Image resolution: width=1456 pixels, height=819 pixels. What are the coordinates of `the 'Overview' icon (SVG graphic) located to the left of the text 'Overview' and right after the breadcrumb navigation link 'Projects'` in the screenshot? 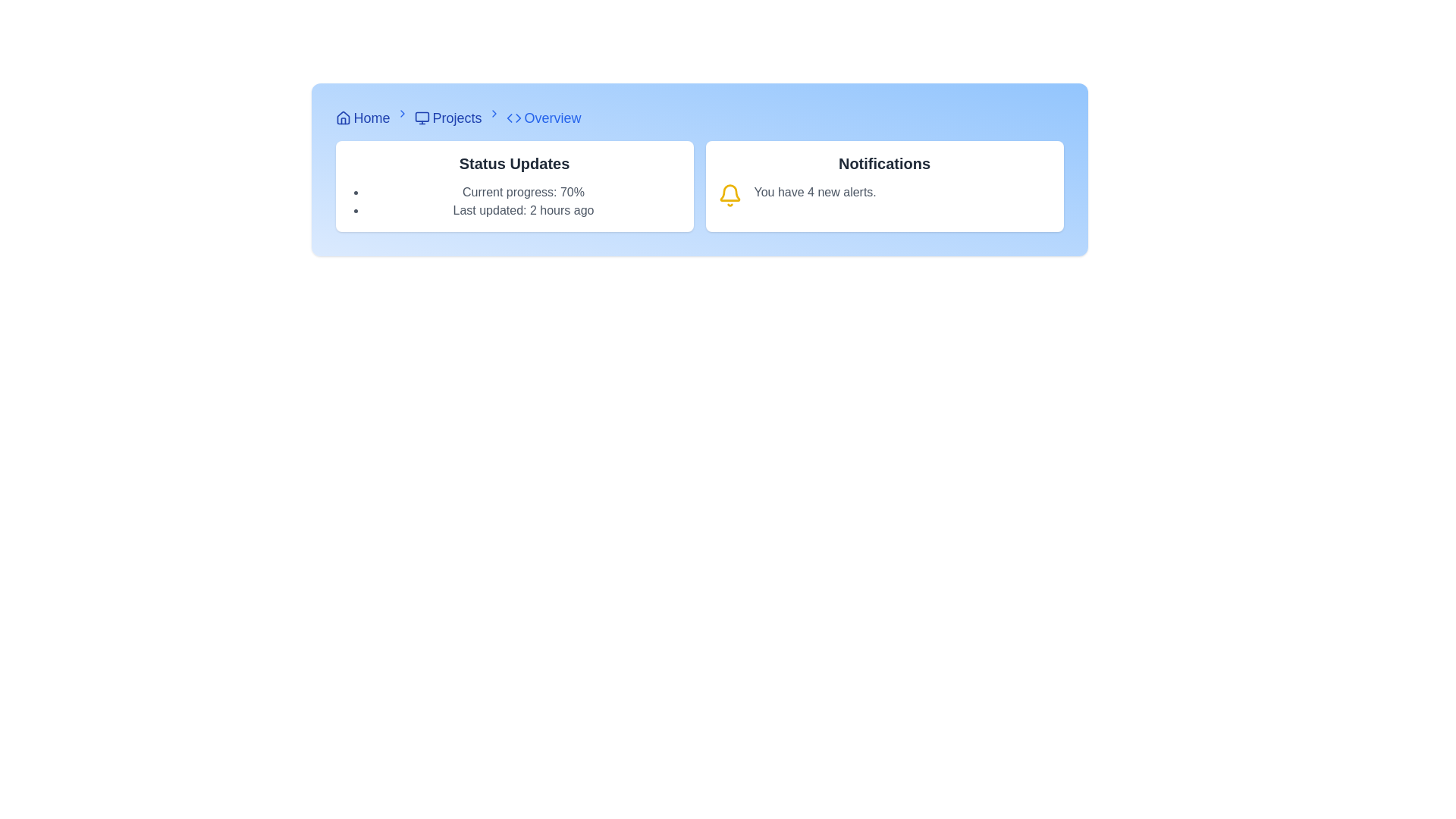 It's located at (513, 117).